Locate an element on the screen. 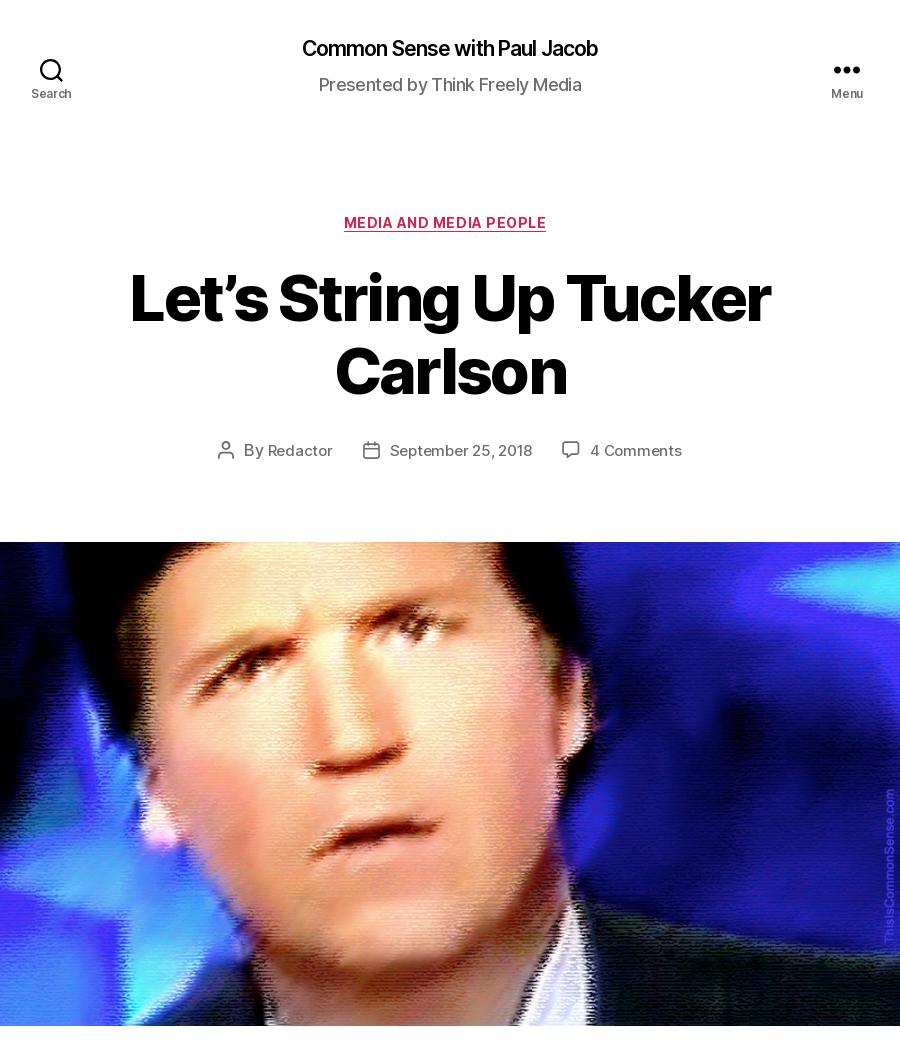 The image size is (900, 1054). 'PDF for printing' is located at coordinates (468, 22).